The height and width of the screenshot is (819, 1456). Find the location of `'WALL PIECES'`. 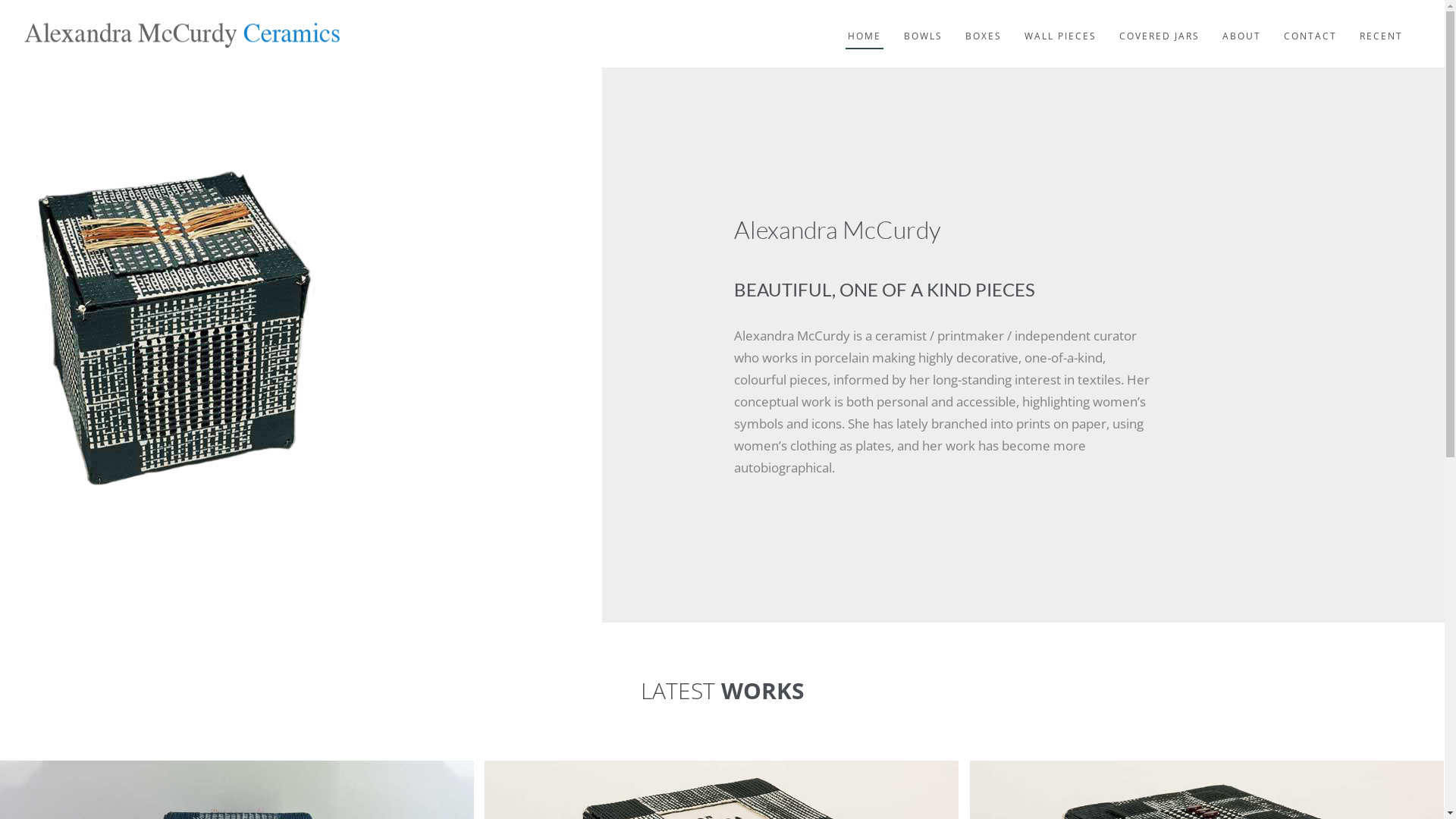

'WALL PIECES' is located at coordinates (1059, 24).